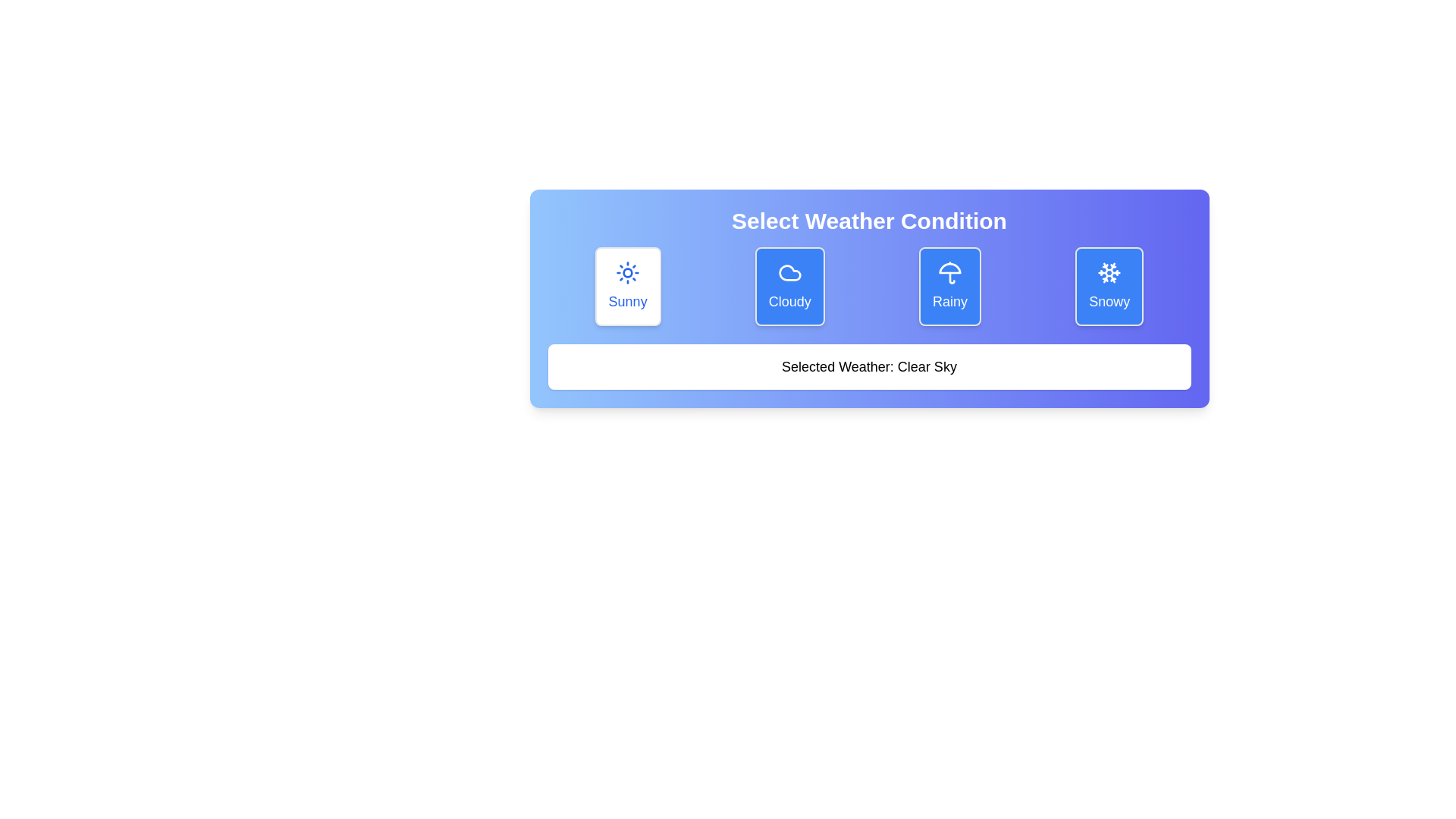 Image resolution: width=1456 pixels, height=819 pixels. I want to click on the text label displaying 'Cloudy', so click(789, 301).